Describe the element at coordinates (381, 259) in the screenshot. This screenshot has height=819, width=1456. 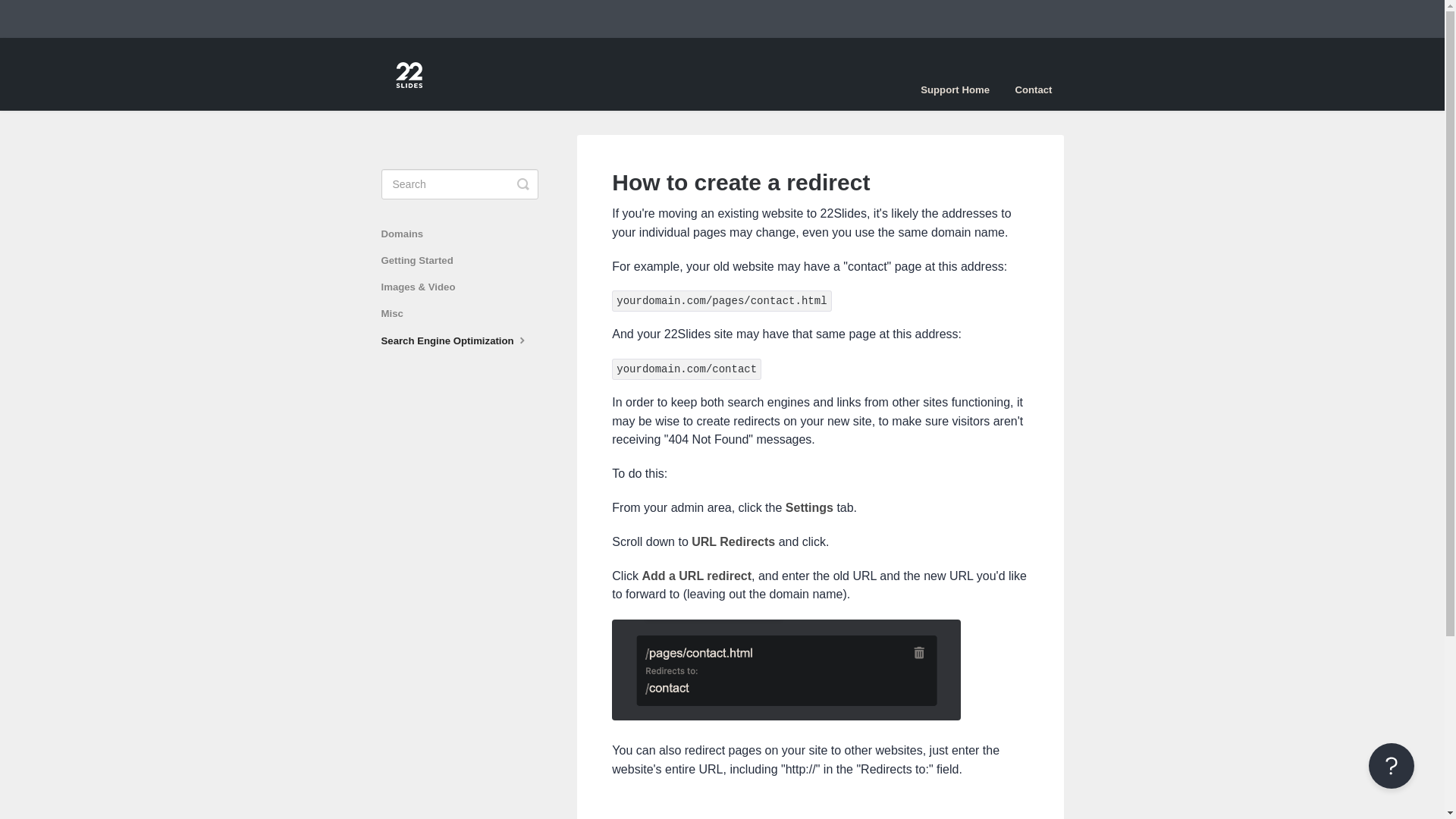
I see `'Getting Started'` at that location.